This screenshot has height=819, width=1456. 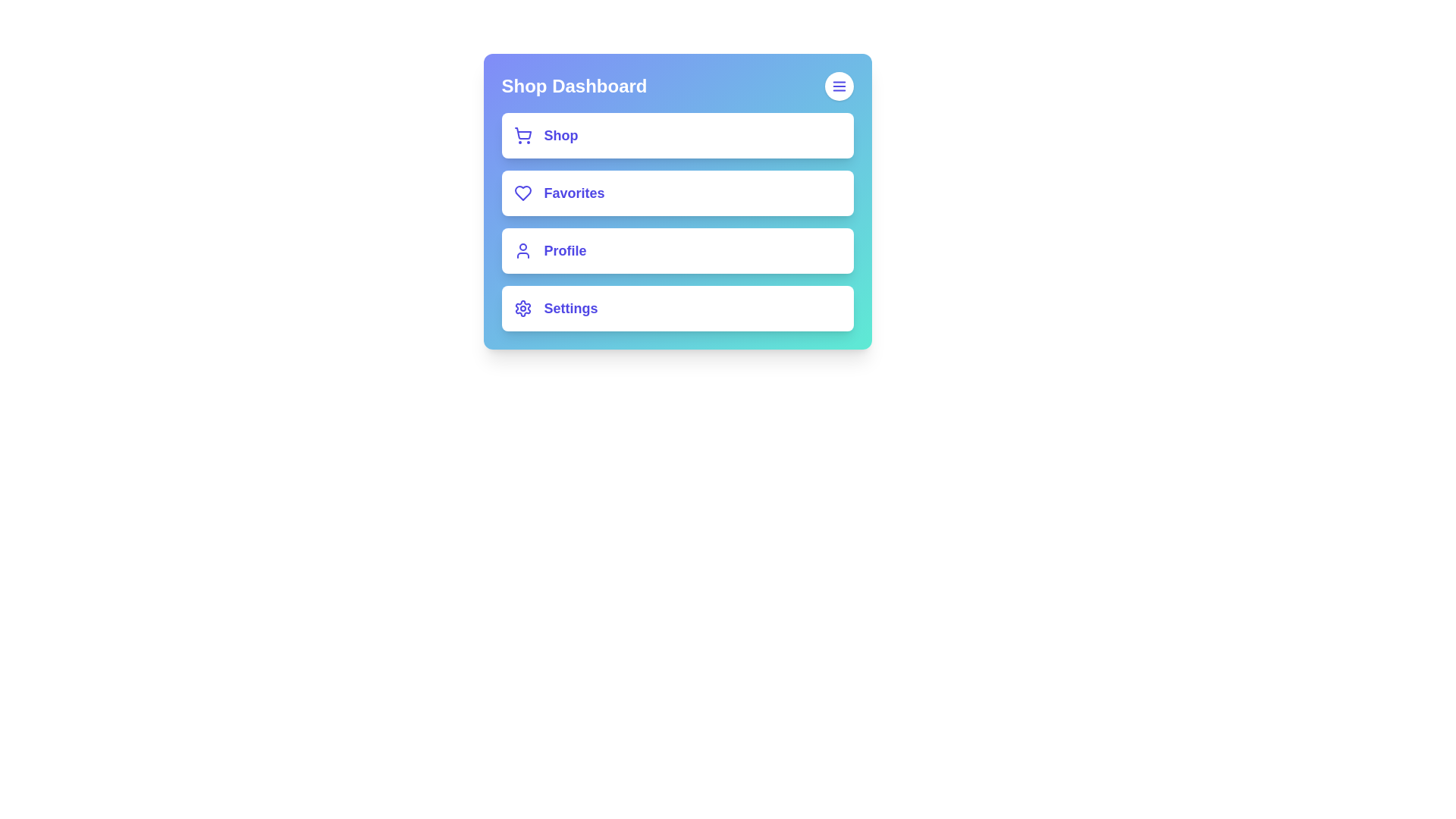 I want to click on the menu button in the header to toggle the menu visibility, so click(x=838, y=86).